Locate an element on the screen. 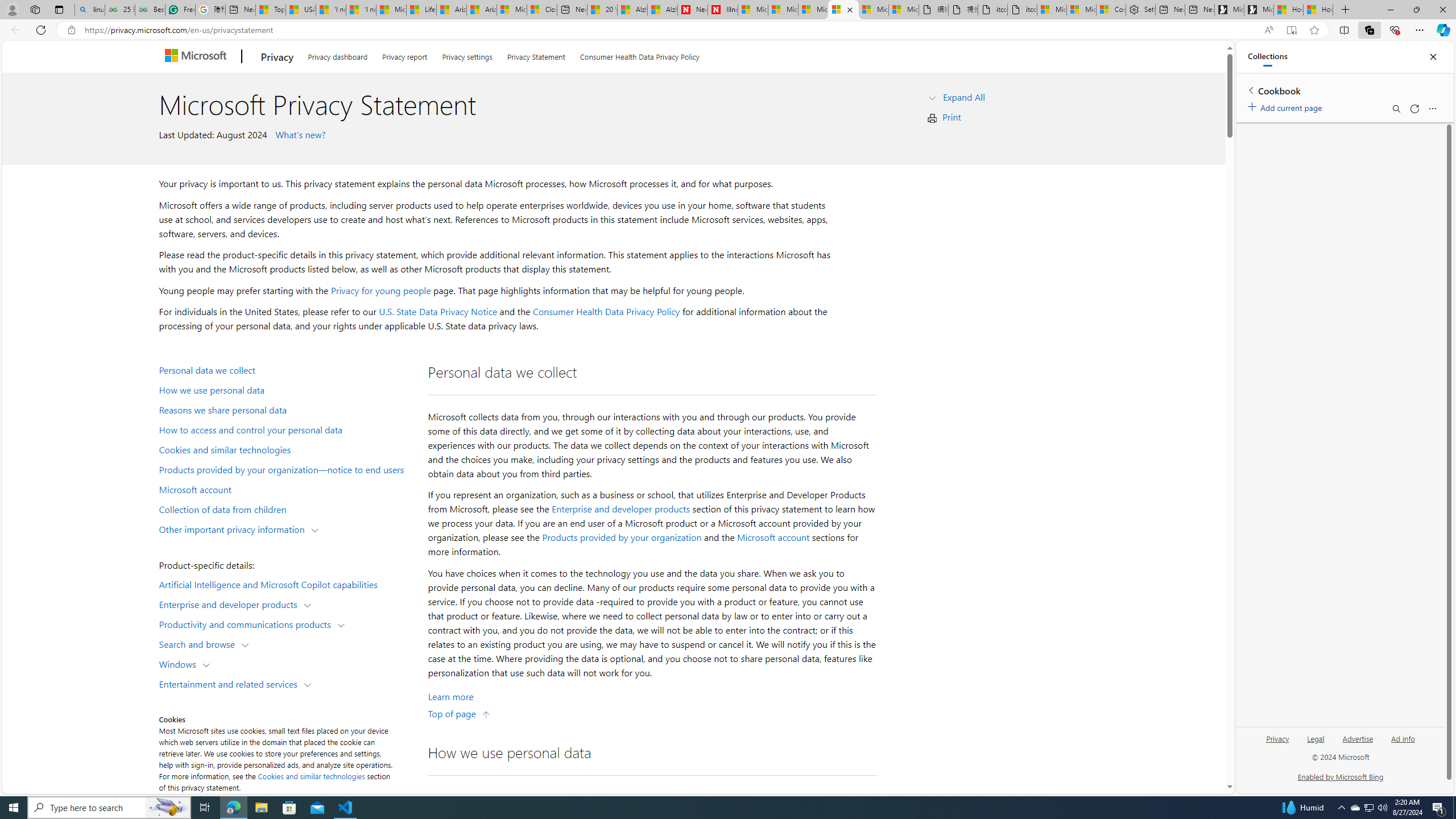 This screenshot has height=819, width=1456. 'Learn More about Personal data we collect' is located at coordinates (450, 697).